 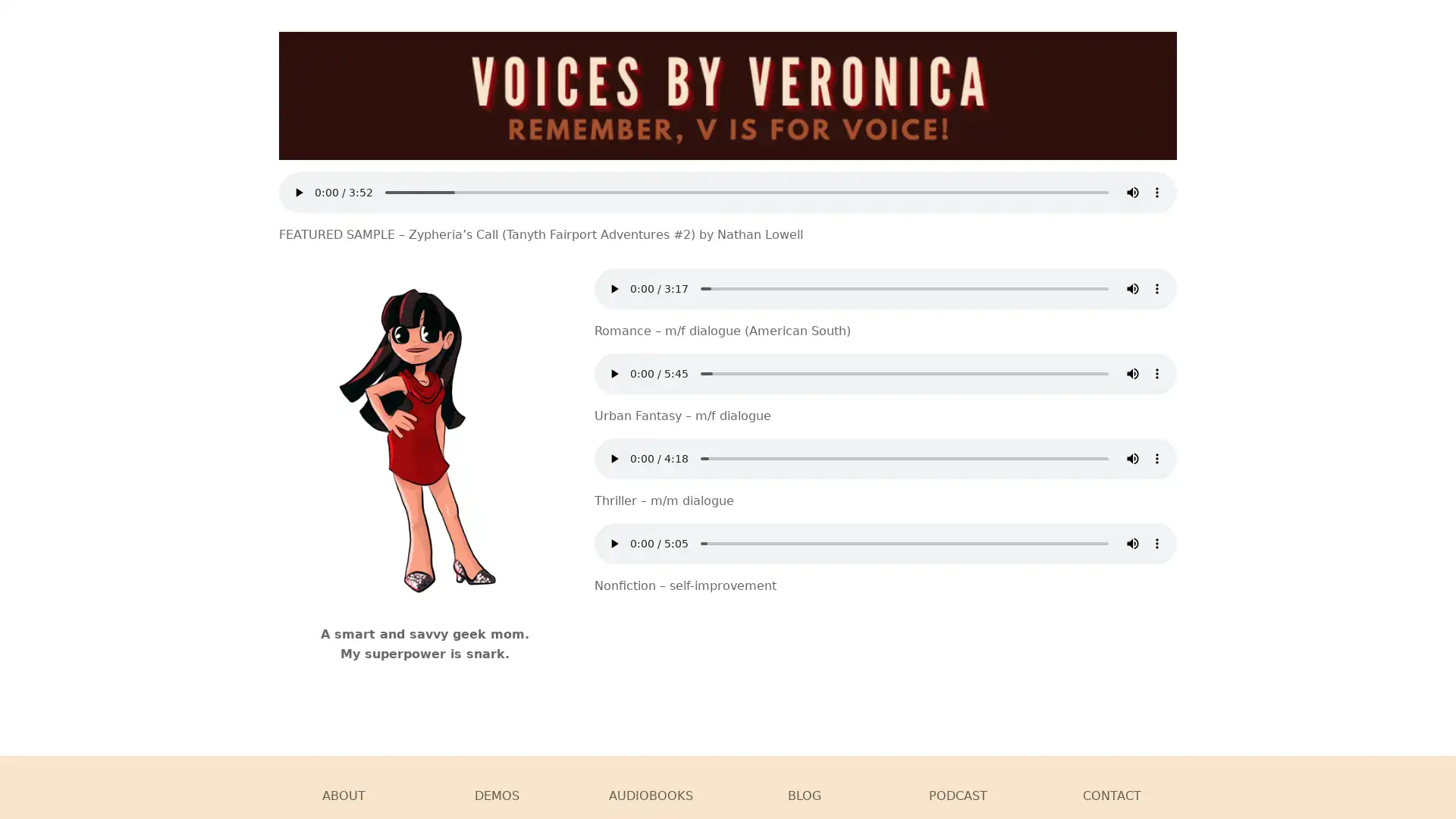 I want to click on play, so click(x=614, y=289).